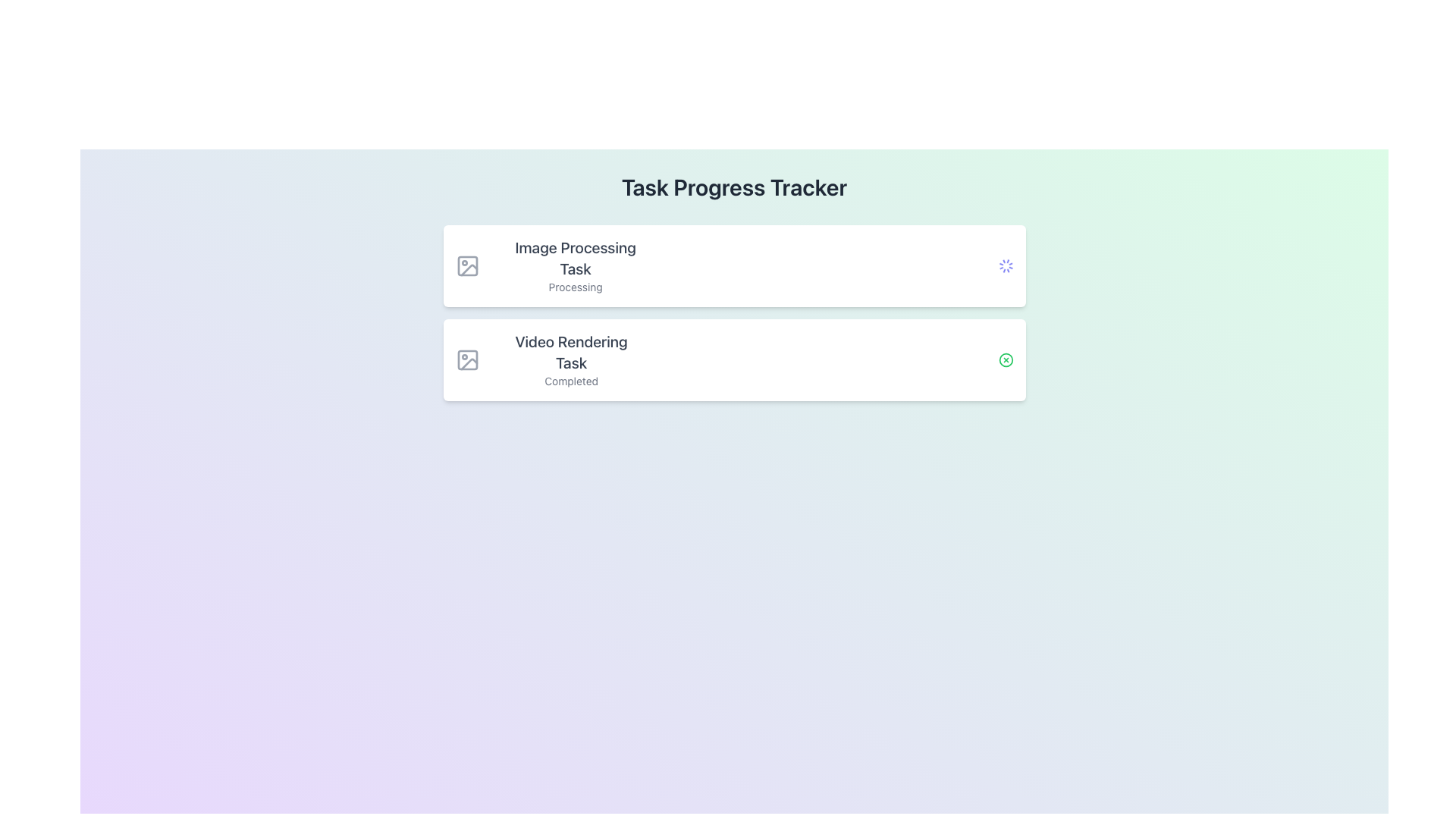 The width and height of the screenshot is (1456, 819). What do you see at coordinates (546, 359) in the screenshot?
I see `task details from the task summary display component labeled 'Video Rendering Task' with the status 'Completed'` at bounding box center [546, 359].